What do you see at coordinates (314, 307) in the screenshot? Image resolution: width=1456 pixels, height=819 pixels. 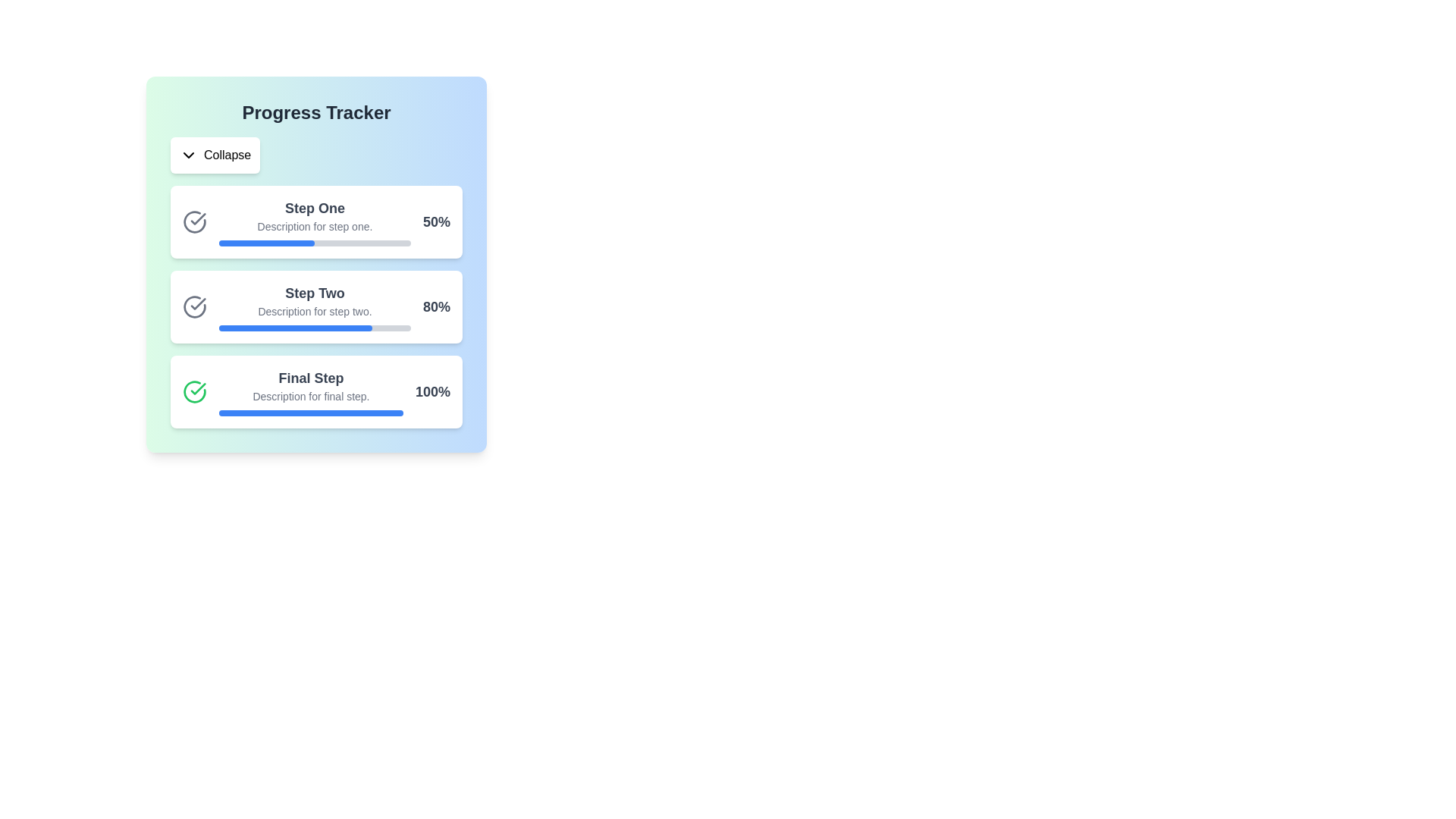 I see `step title and description from the second progress tracker step item, which is centrally located in the progress tracker interface` at bounding box center [314, 307].